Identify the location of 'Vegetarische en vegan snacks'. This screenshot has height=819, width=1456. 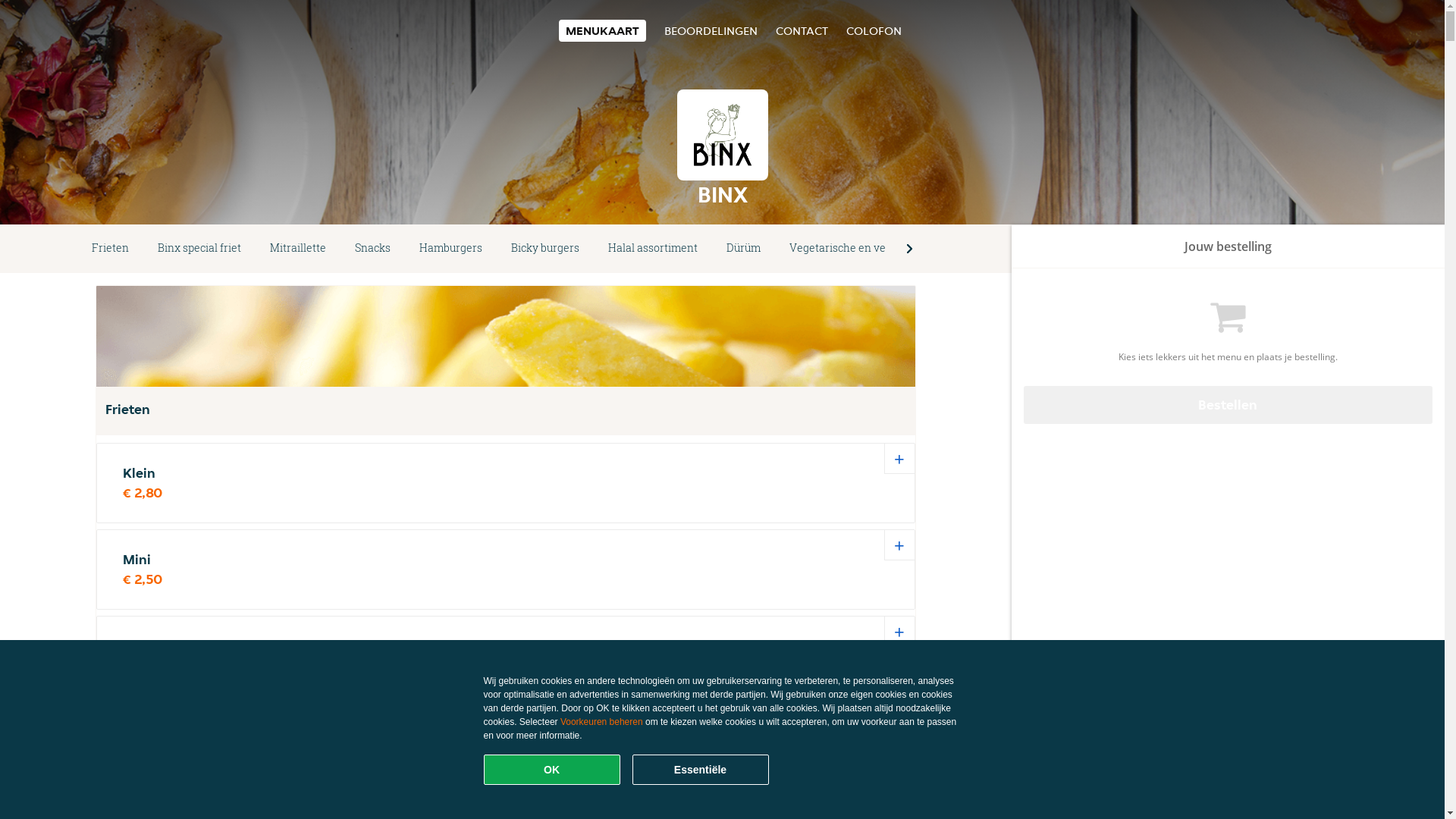
(865, 247).